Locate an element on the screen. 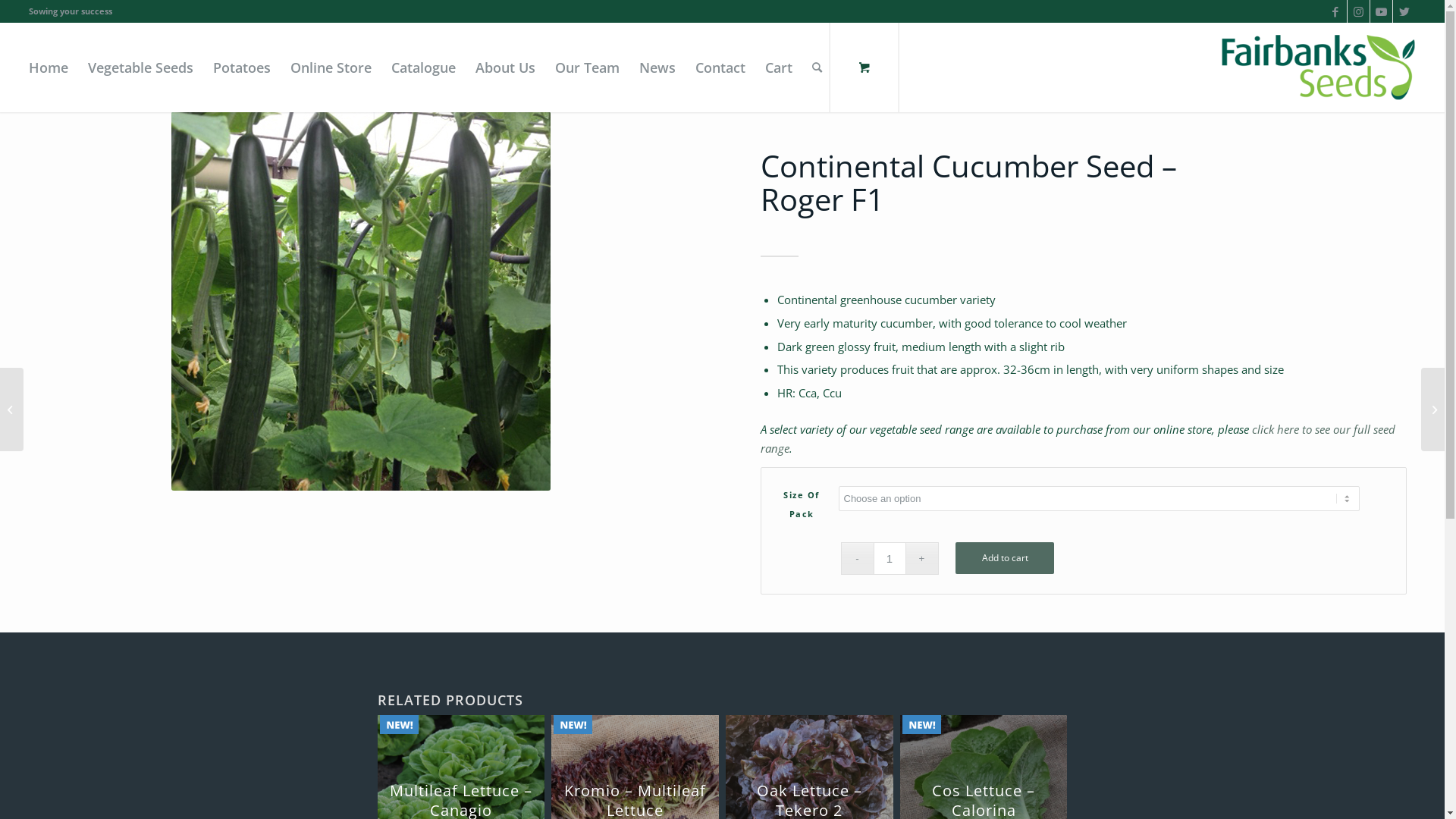 The width and height of the screenshot is (1456, 819). 'Add to cart' is located at coordinates (954, 557).